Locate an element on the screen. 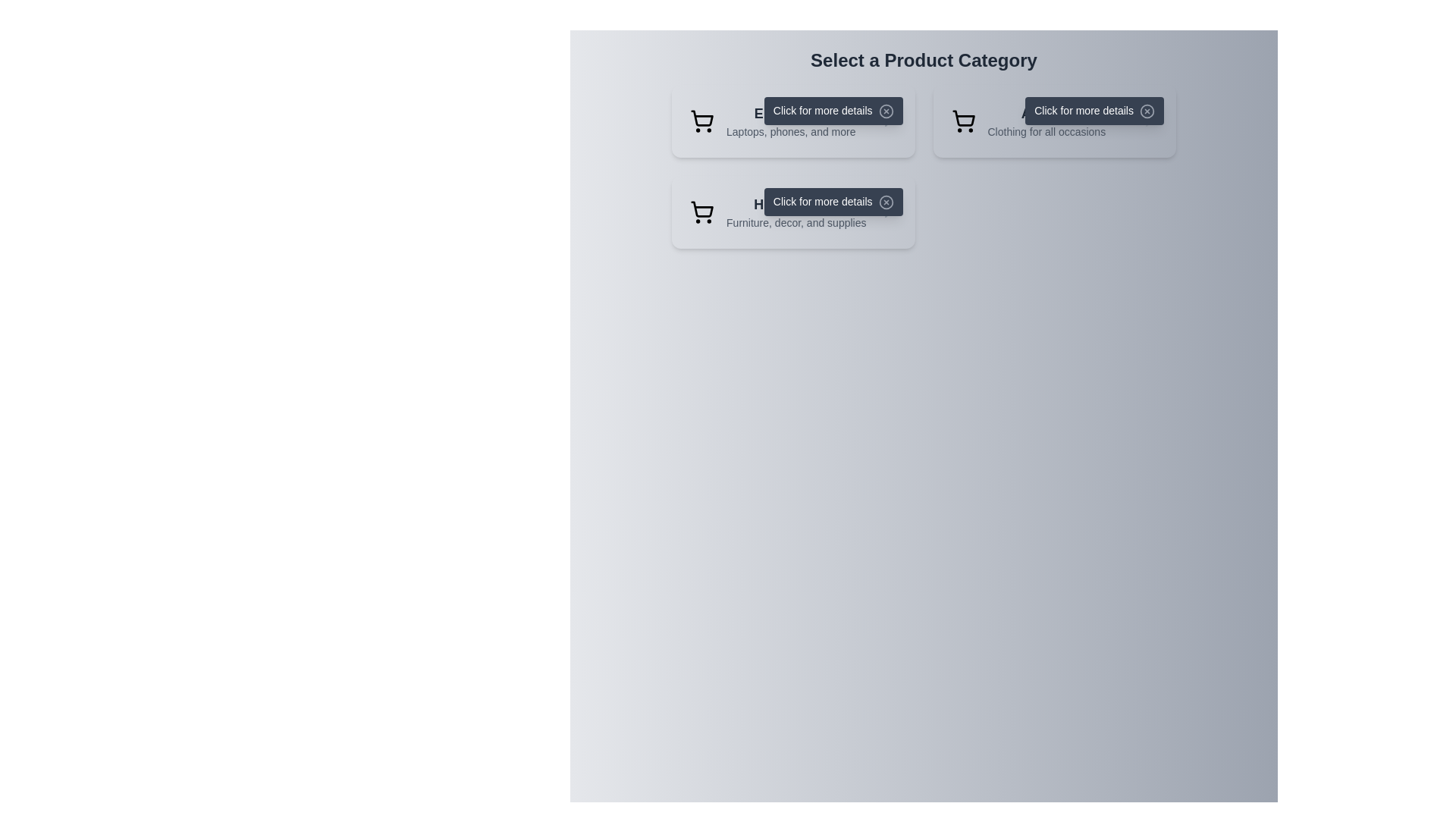 The height and width of the screenshot is (819, 1456). the static text element used as a heading that introduces the product categories section, located at the top-center of the interface is located at coordinates (923, 60).